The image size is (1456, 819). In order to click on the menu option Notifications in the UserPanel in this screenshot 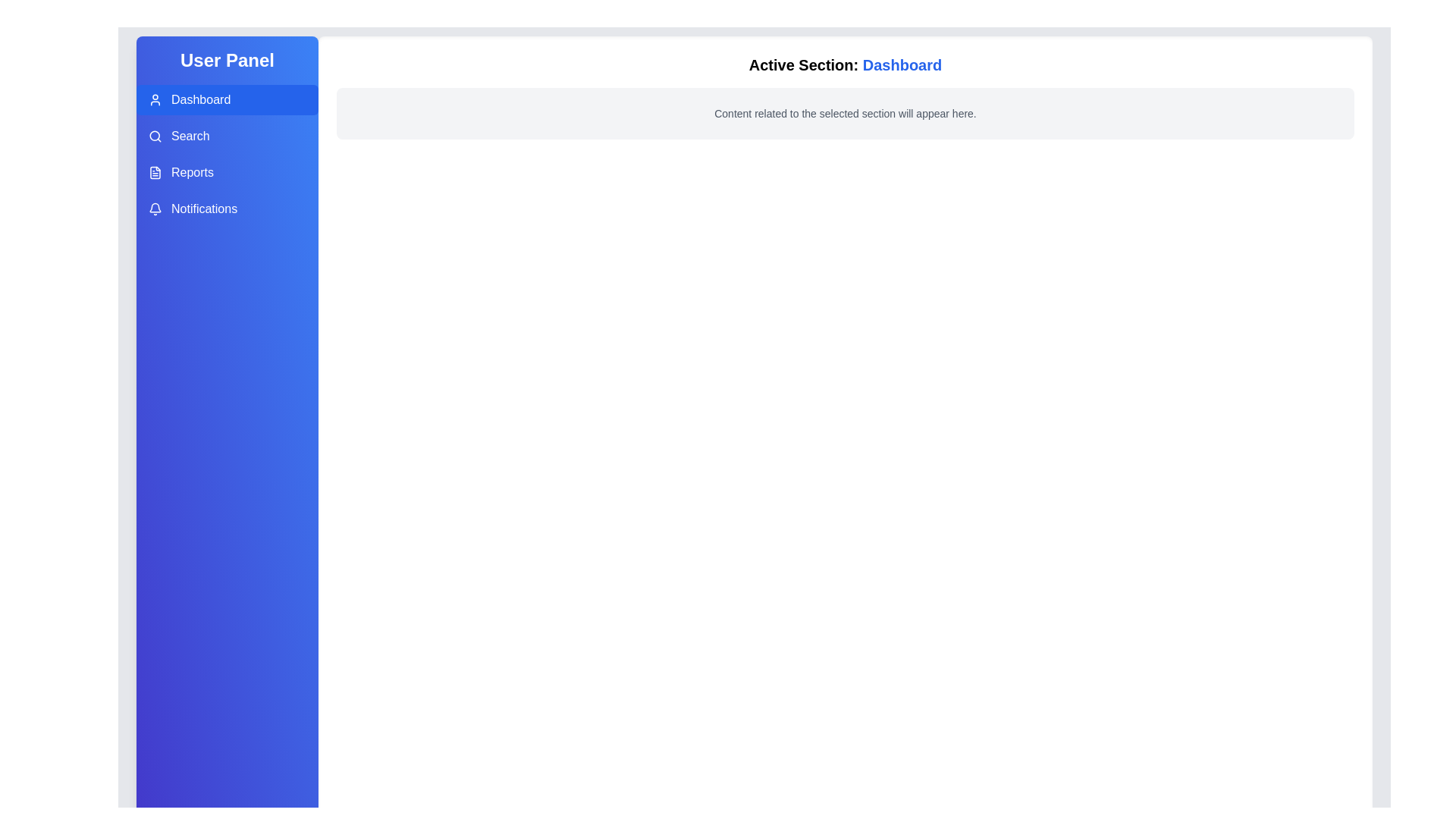, I will do `click(226, 209)`.